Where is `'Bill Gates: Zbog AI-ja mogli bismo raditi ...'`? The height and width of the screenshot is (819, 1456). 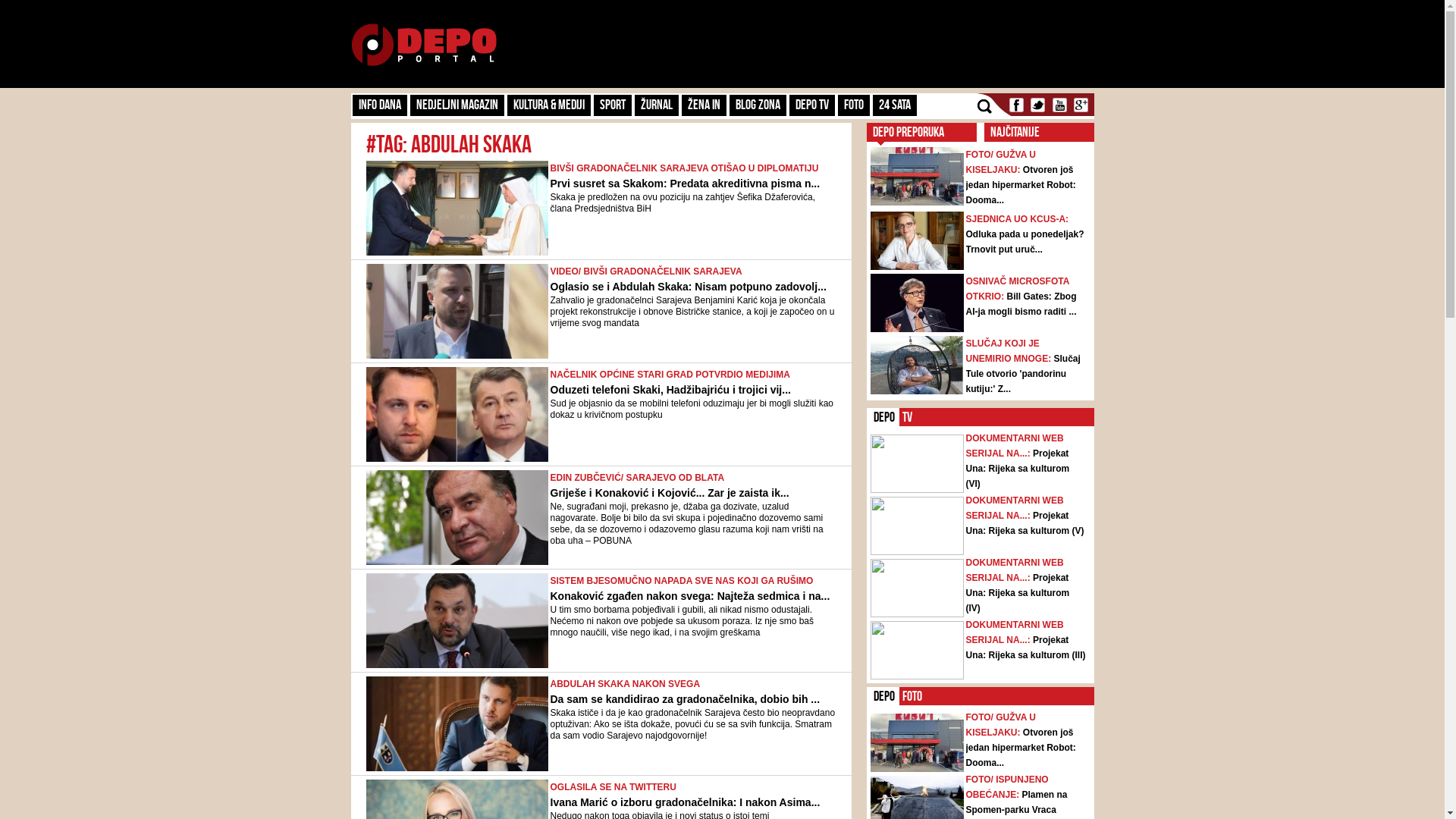
'Bill Gates: Zbog AI-ja mogli bismo raditi ...' is located at coordinates (1021, 304).